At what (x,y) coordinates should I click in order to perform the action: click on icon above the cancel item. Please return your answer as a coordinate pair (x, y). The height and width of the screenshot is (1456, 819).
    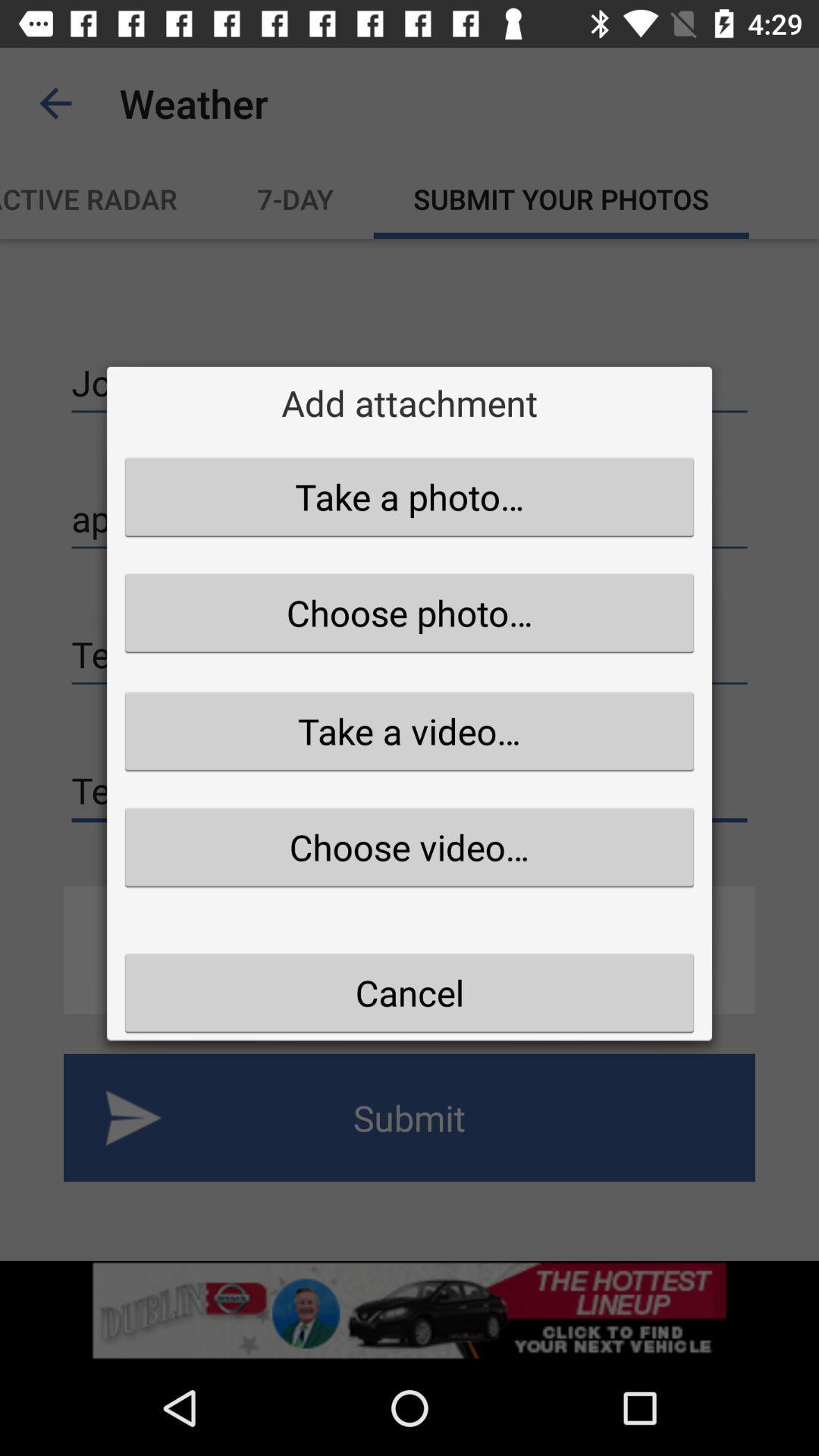
    Looking at the image, I should click on (409, 846).